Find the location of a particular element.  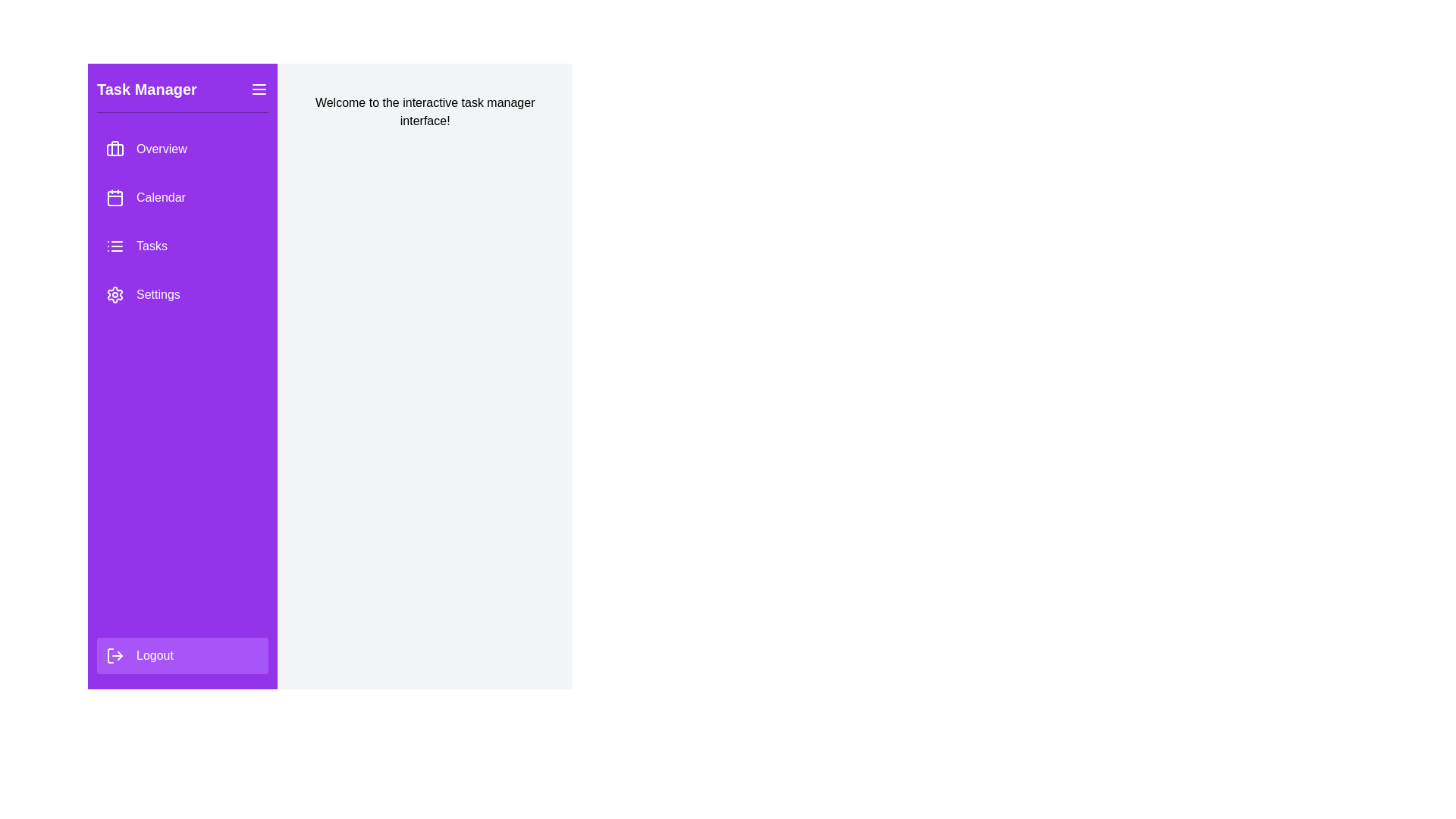

the menu button in the header of the drawer to toggle its visibility is located at coordinates (259, 89).